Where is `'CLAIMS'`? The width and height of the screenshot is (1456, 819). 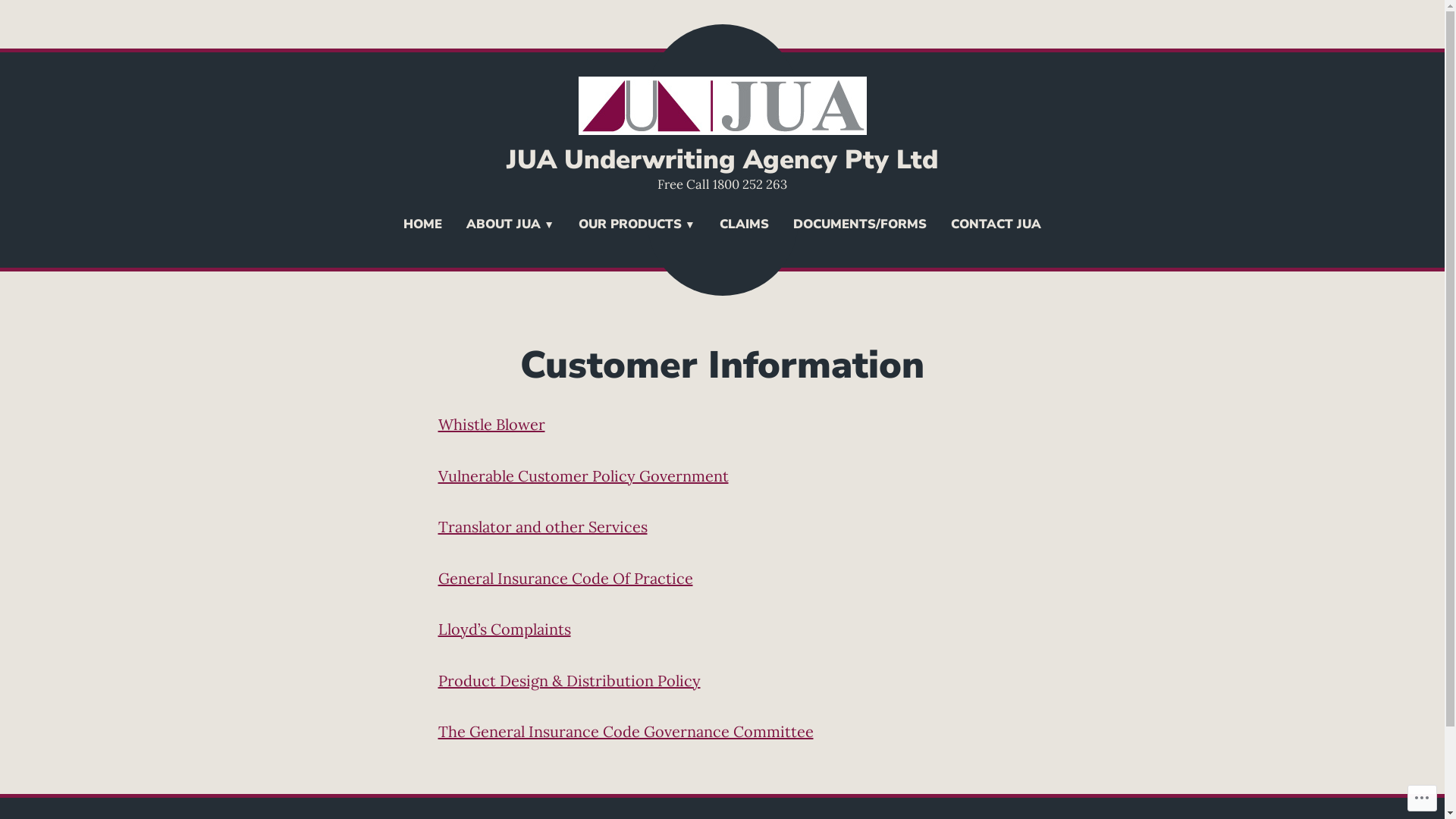 'CLAIMS' is located at coordinates (744, 225).